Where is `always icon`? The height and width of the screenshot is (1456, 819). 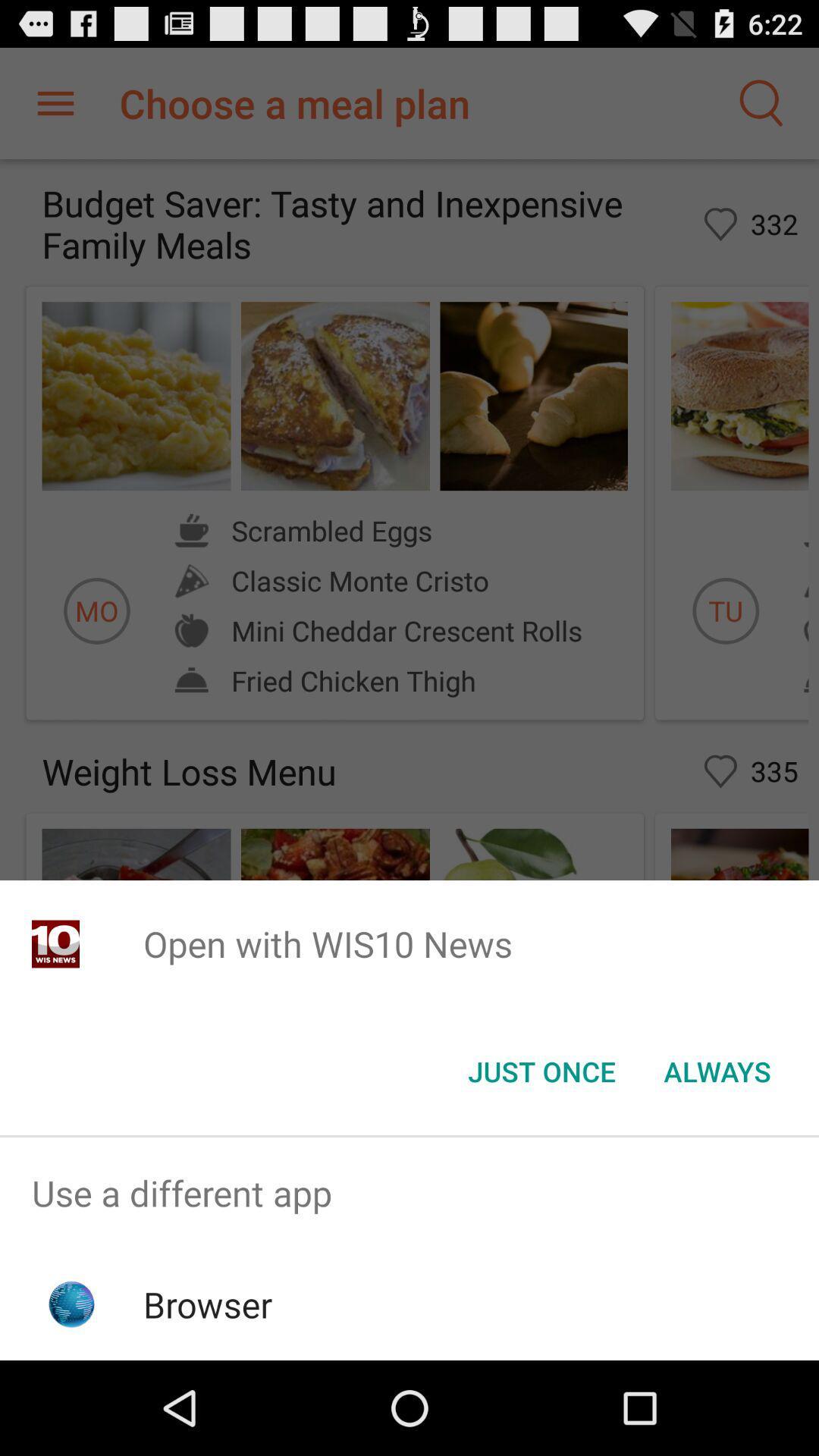 always icon is located at coordinates (717, 1070).